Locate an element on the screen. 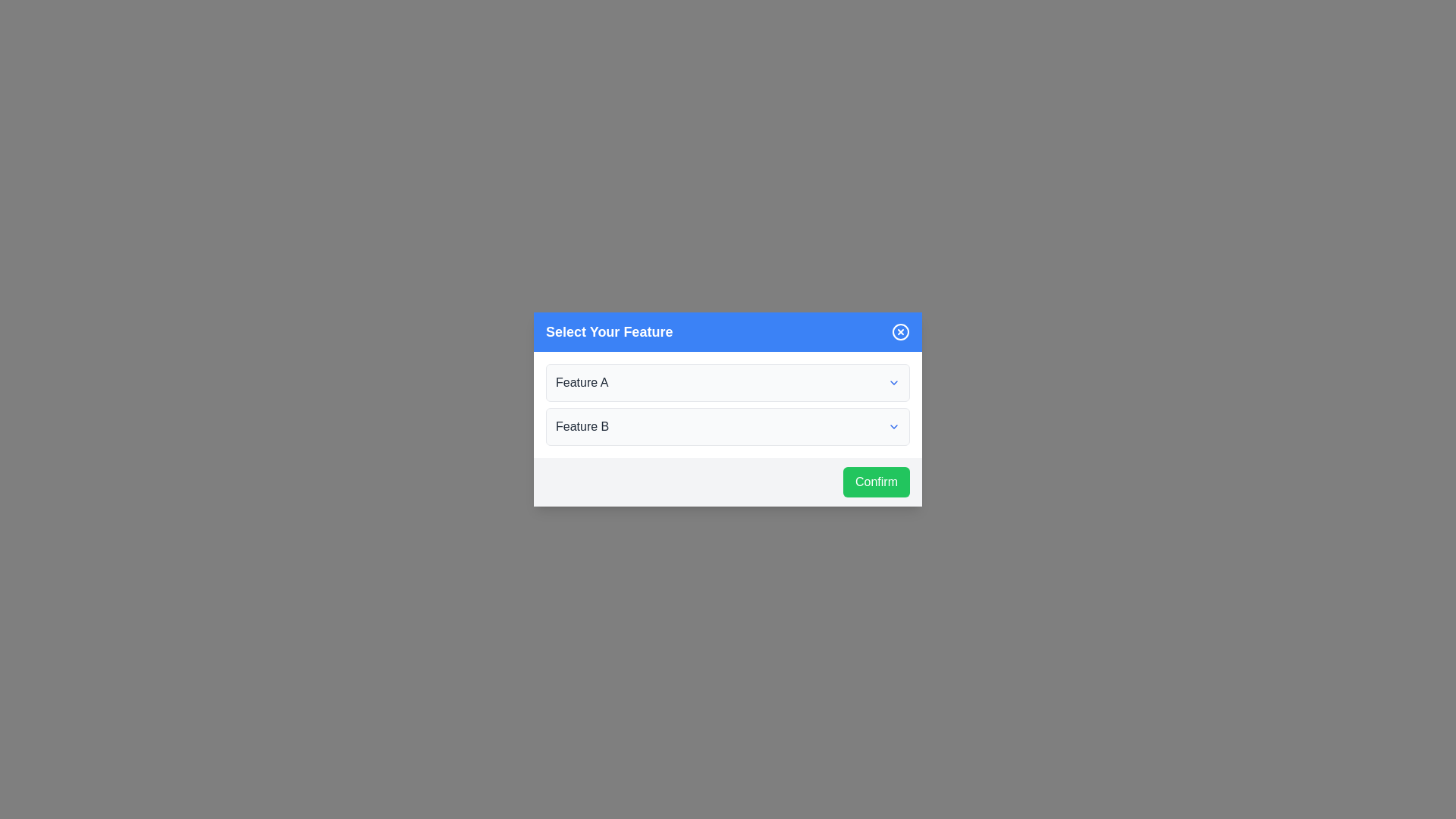 This screenshot has height=819, width=1456. the text label displaying 'Feature A' in dark gray color within the selection dialog box under 'Select Your Feature' is located at coordinates (581, 382).